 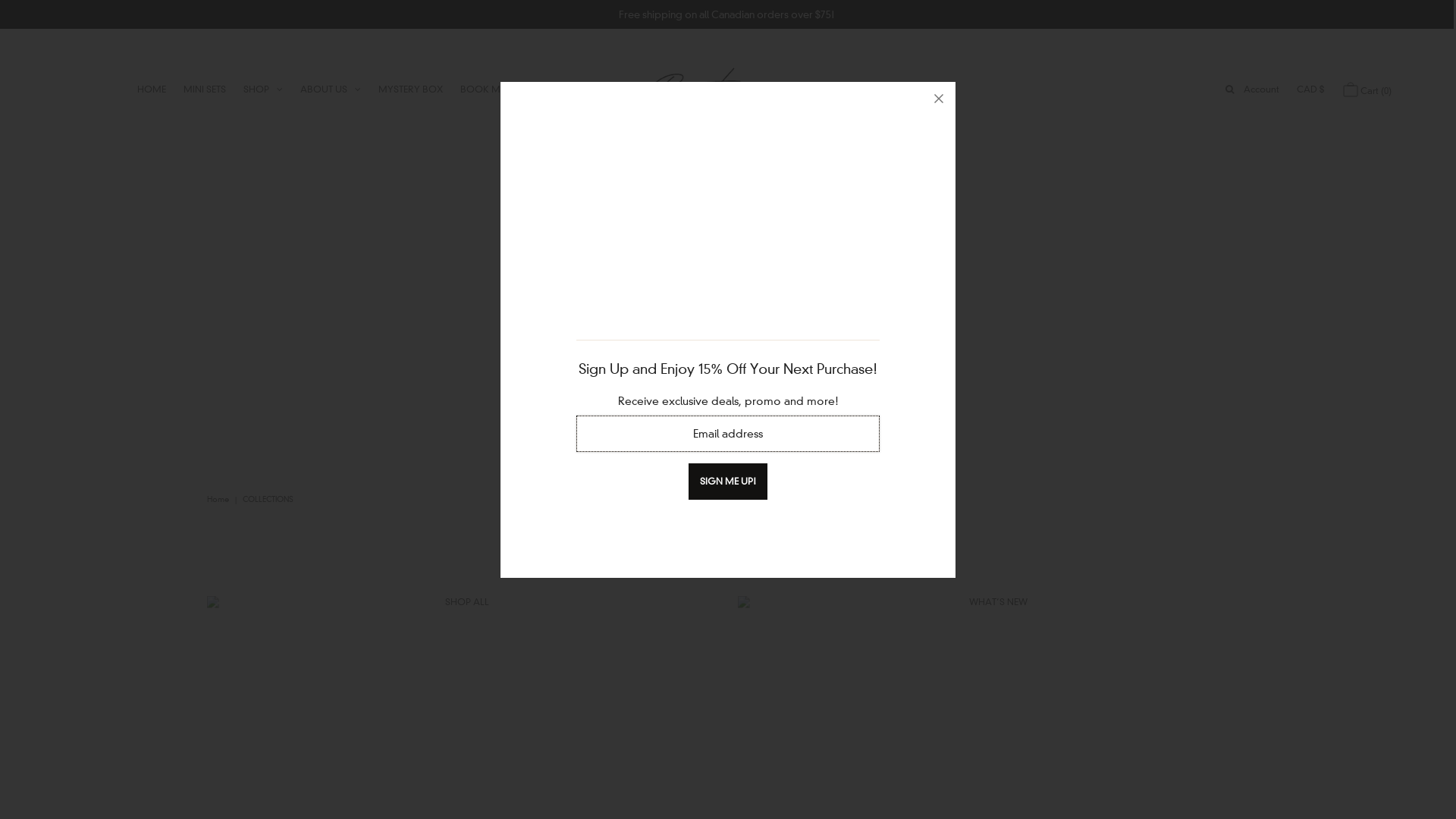 What do you see at coordinates (1367, 89) in the screenshot?
I see `'Cart (0)'` at bounding box center [1367, 89].